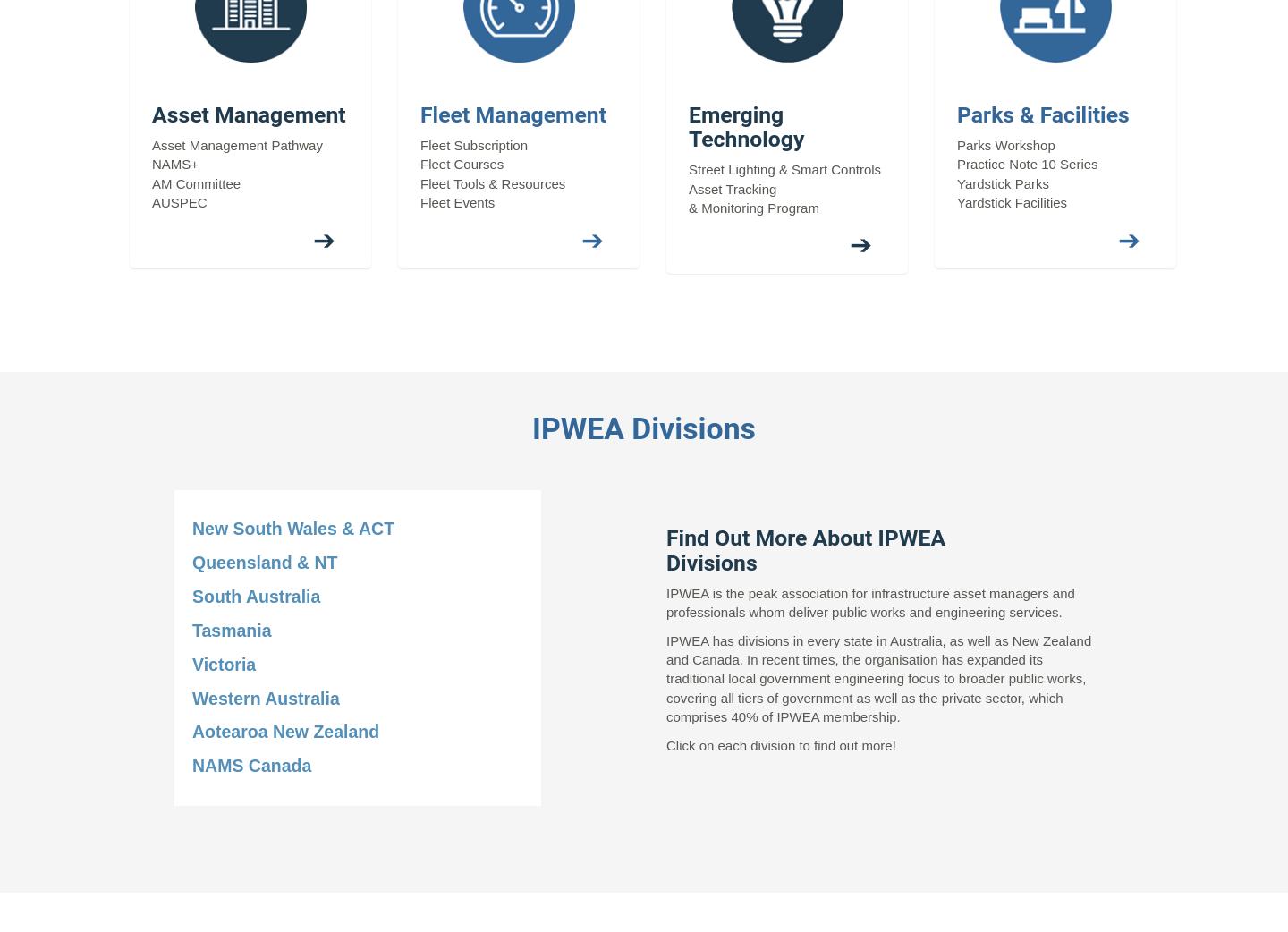 The height and width of the screenshot is (932, 1288). I want to click on 'Yardstick Parks', so click(1002, 182).